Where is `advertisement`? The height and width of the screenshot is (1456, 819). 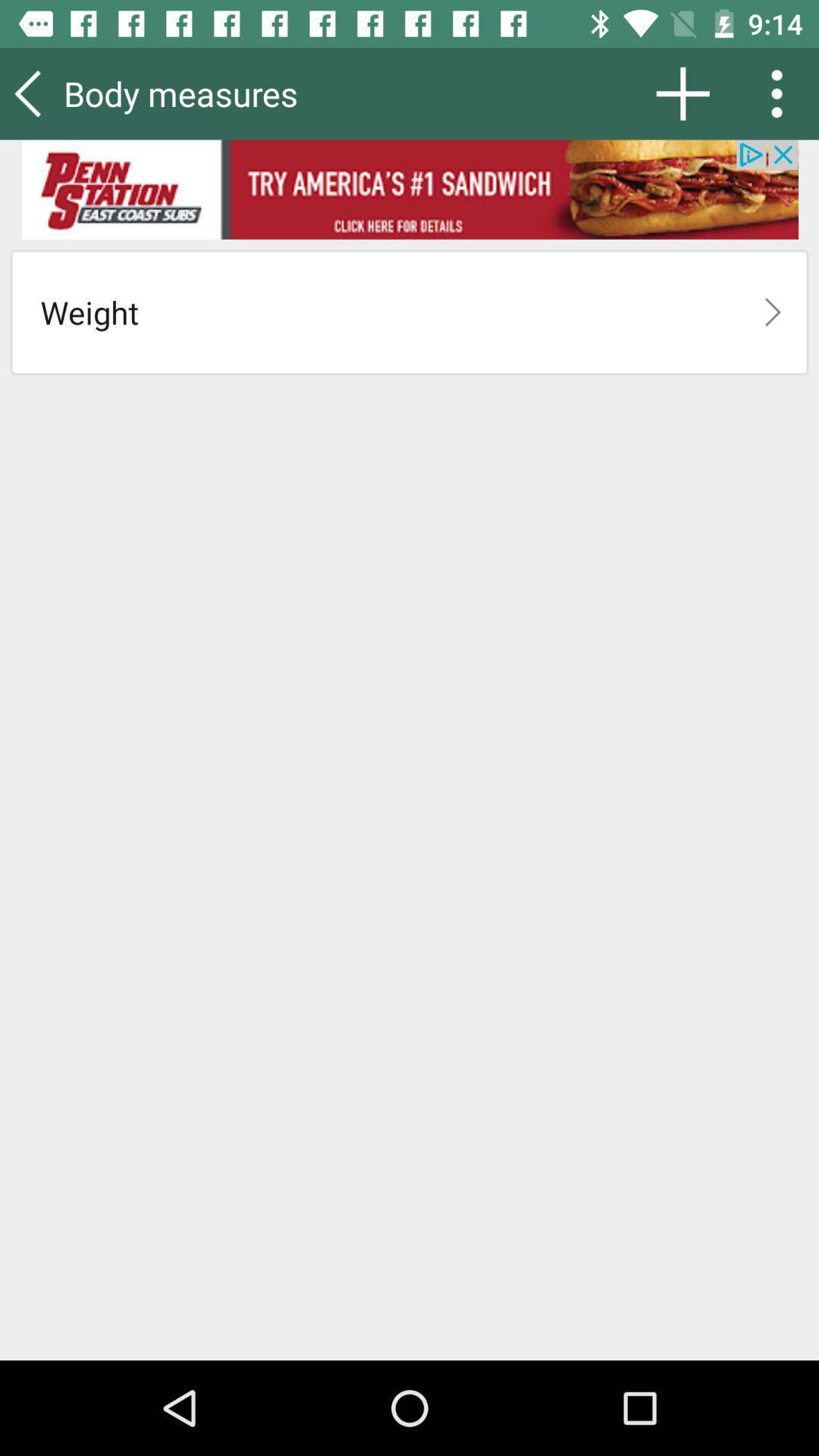
advertisement is located at coordinates (409, 189).